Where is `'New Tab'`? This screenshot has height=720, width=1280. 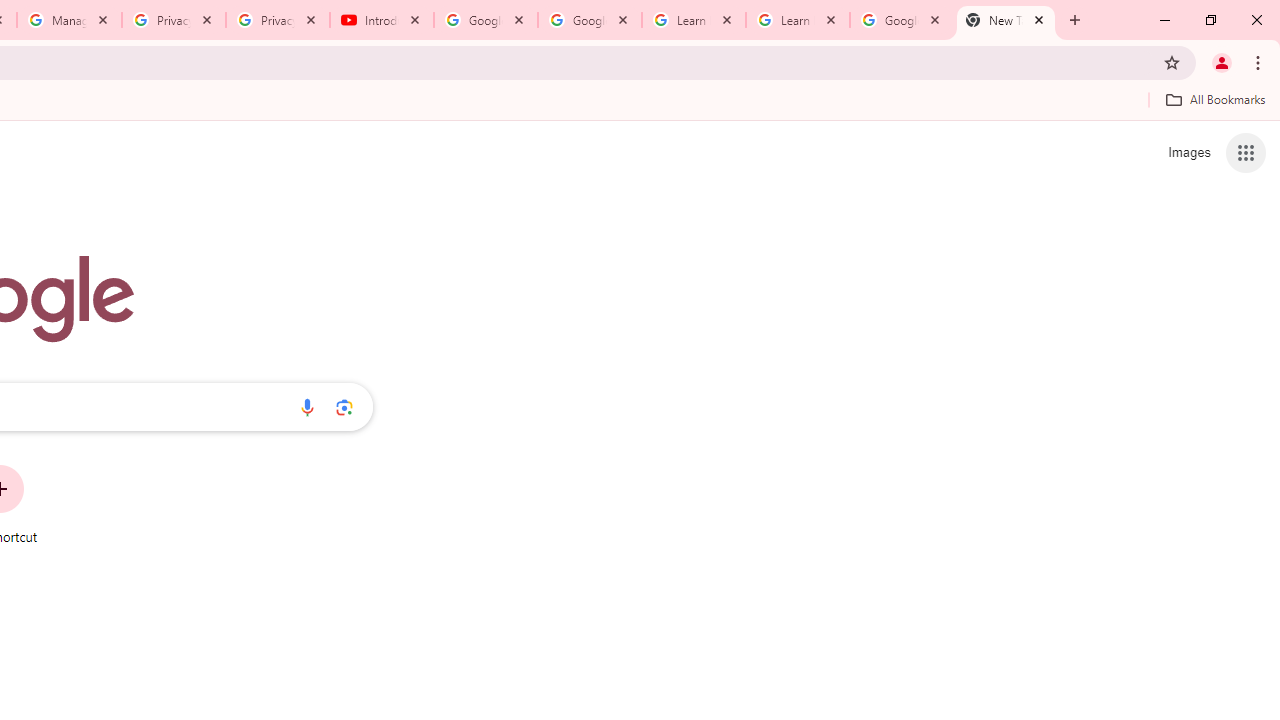
'New Tab' is located at coordinates (1006, 20).